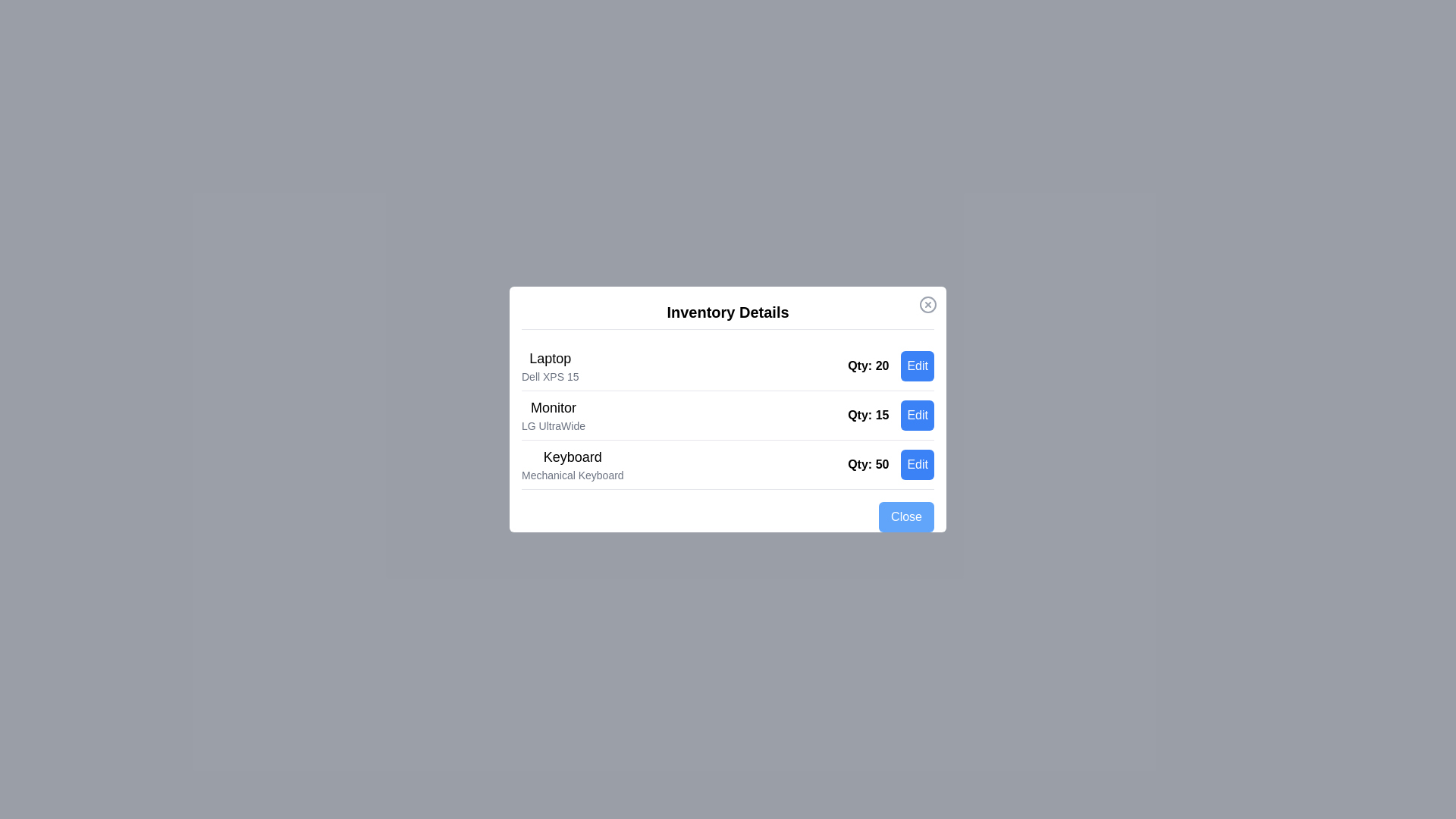  I want to click on the 'Close' button at the bottom of the dialog to close it, so click(906, 516).